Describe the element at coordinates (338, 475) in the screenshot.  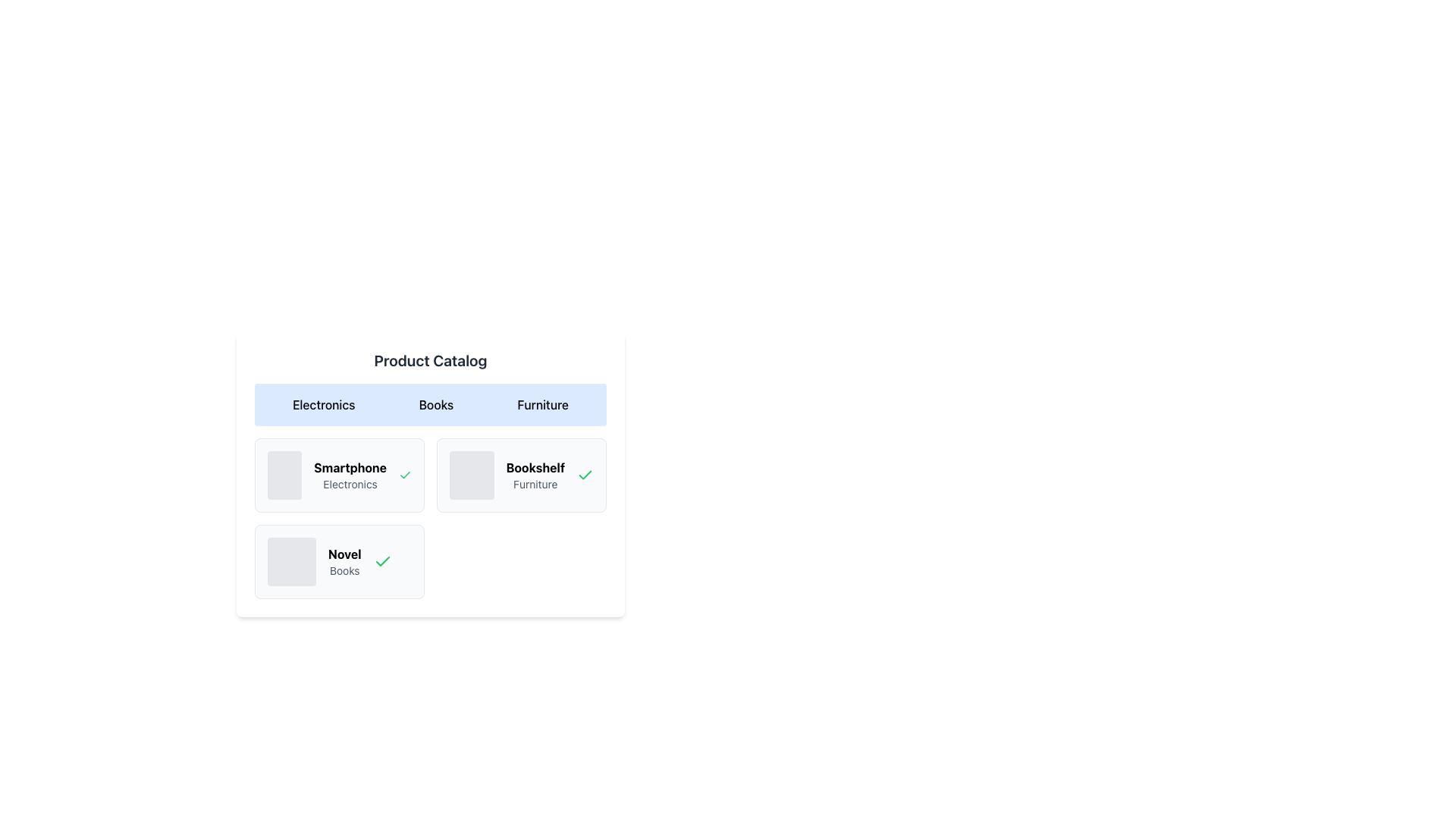
I see `the 'Smartphone' display card, which is the first card in the grid layout under the 'Electronics' section` at that location.